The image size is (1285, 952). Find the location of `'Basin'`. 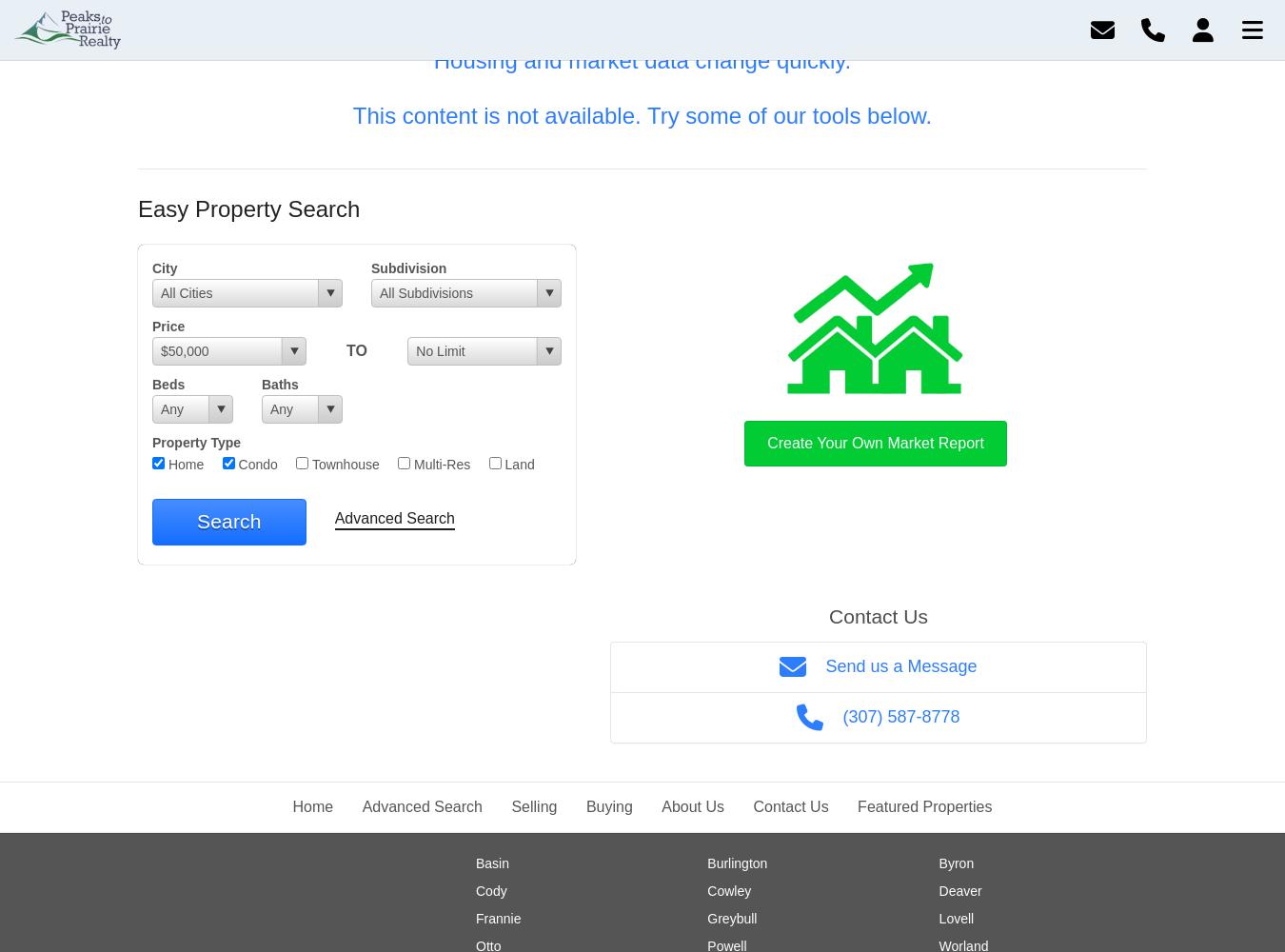

'Basin' is located at coordinates (491, 863).